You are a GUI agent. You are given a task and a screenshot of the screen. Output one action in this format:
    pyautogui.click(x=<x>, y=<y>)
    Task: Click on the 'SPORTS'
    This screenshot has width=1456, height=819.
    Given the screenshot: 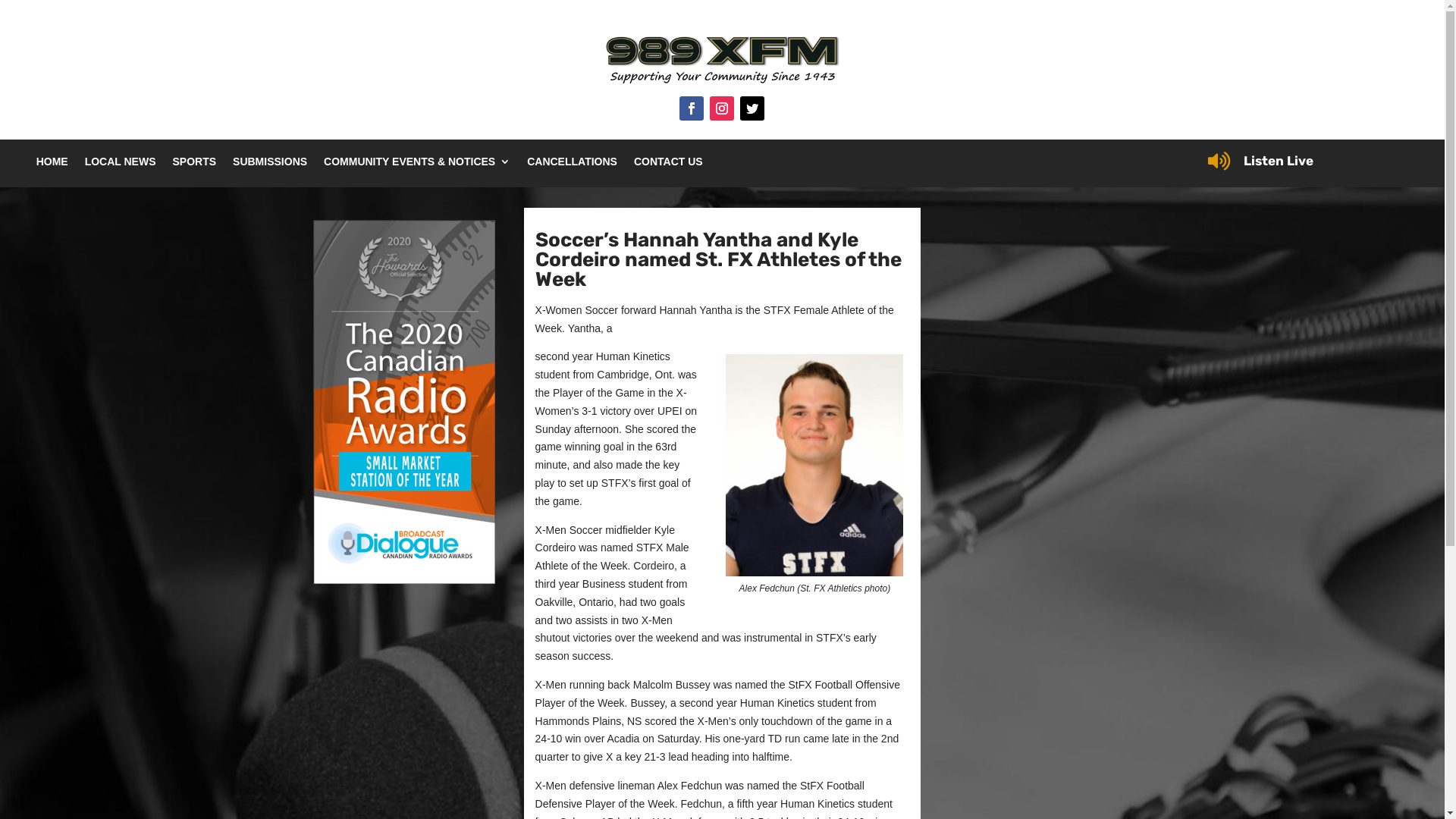 What is the action you would take?
    pyautogui.click(x=193, y=164)
    